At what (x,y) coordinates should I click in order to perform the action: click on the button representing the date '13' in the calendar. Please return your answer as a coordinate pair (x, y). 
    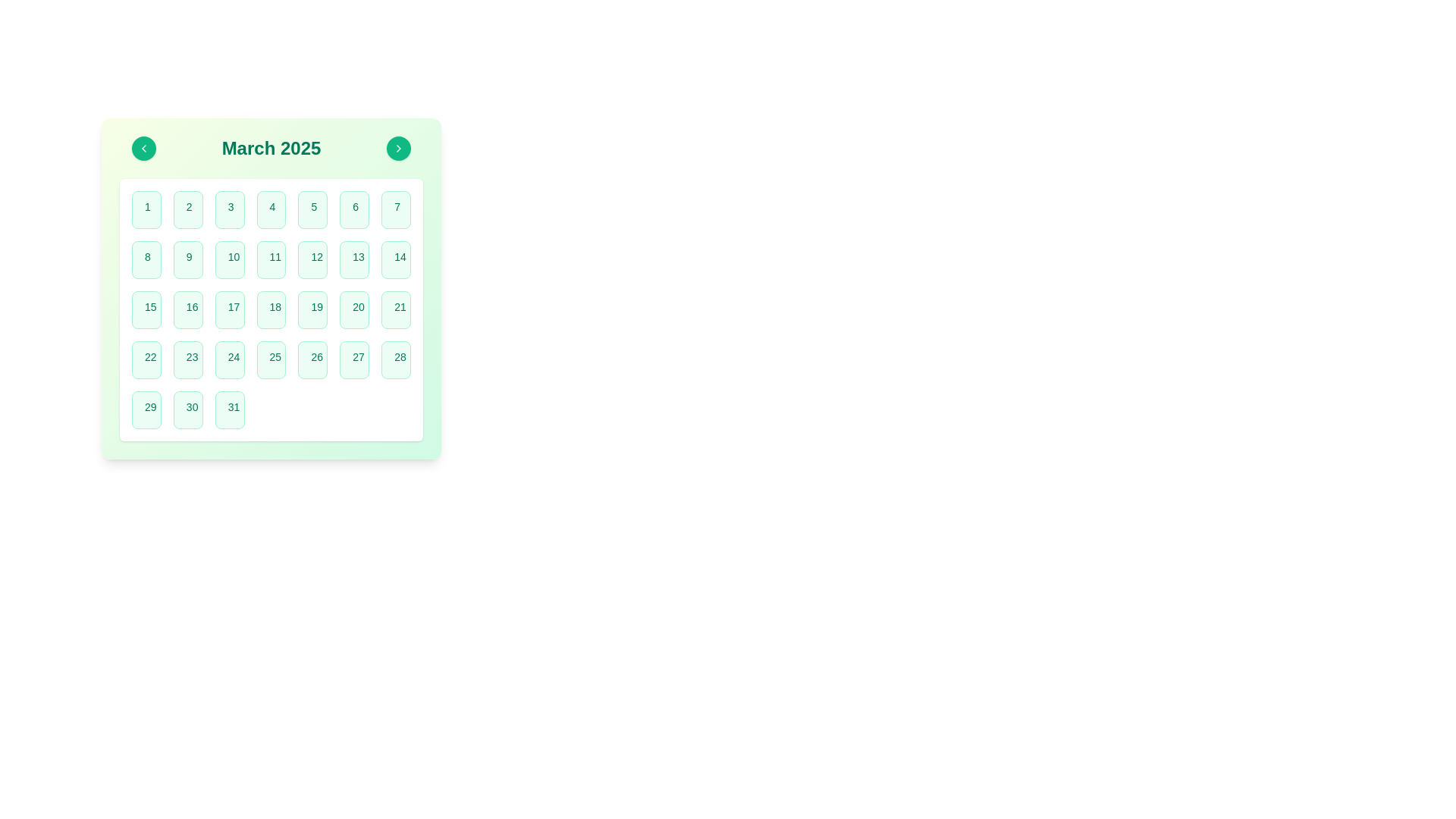
    Looking at the image, I should click on (353, 259).